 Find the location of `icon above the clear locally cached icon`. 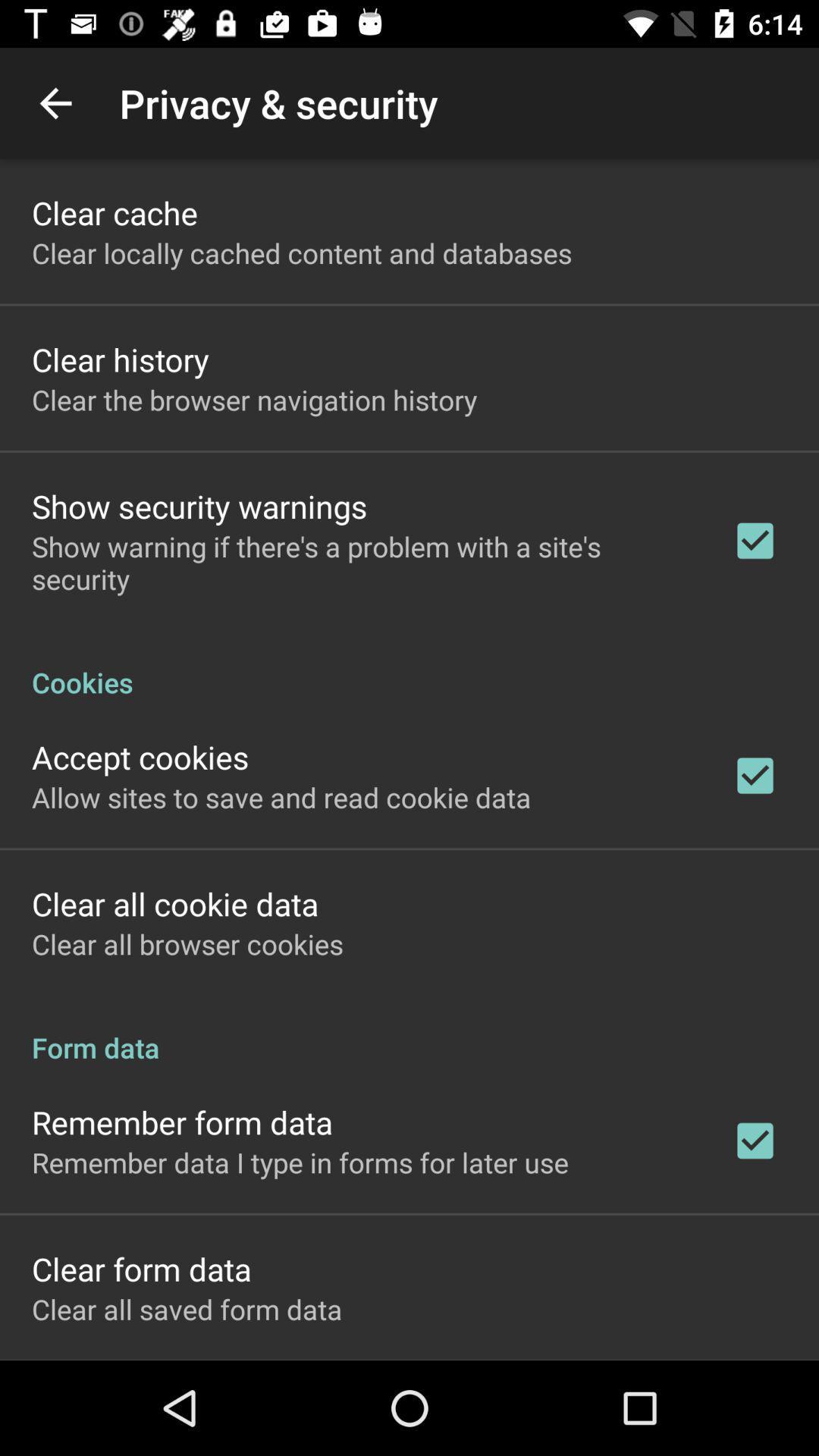

icon above the clear locally cached icon is located at coordinates (114, 212).